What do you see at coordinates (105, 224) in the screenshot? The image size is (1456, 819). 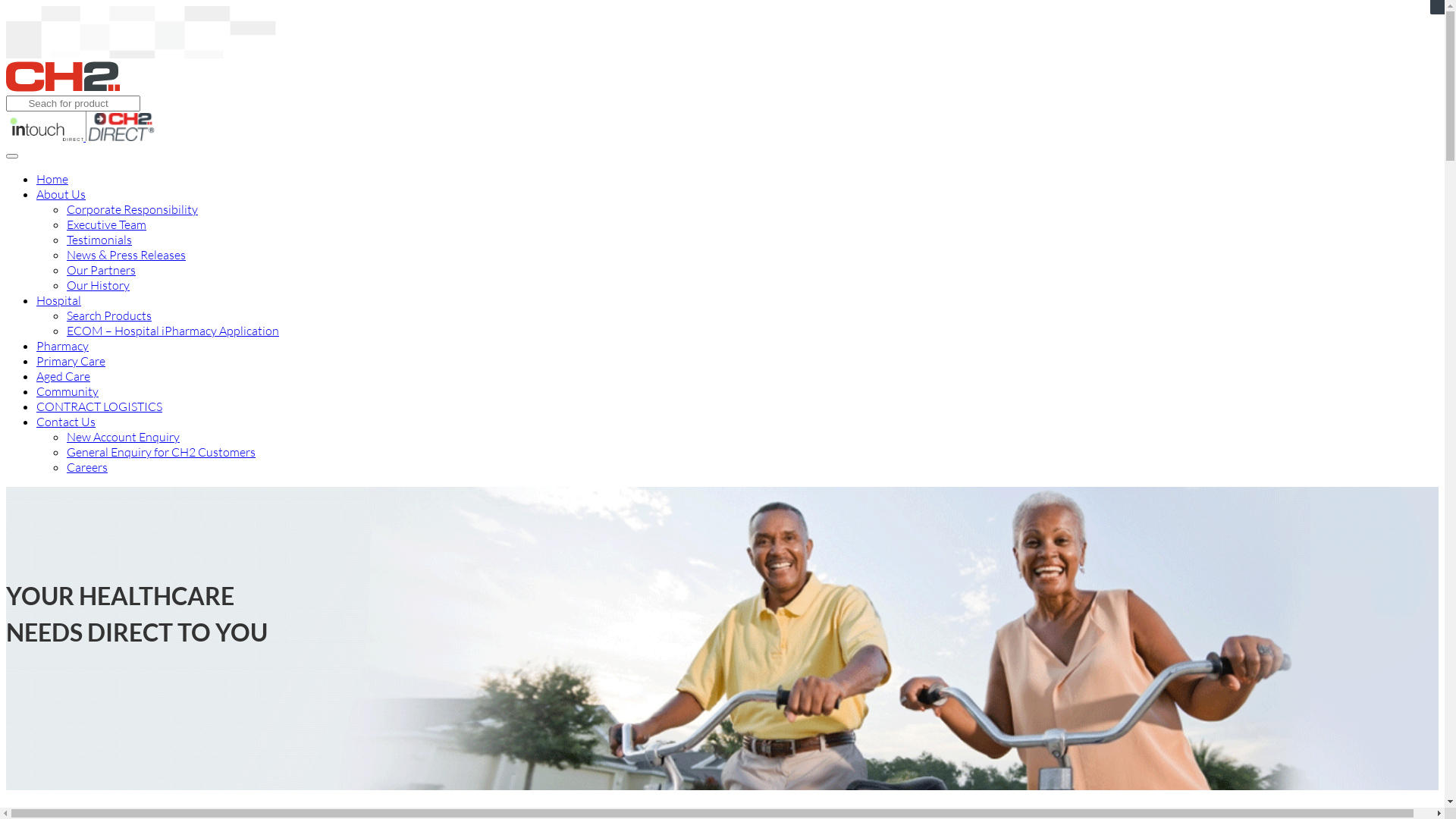 I see `'Executive Team'` at bounding box center [105, 224].